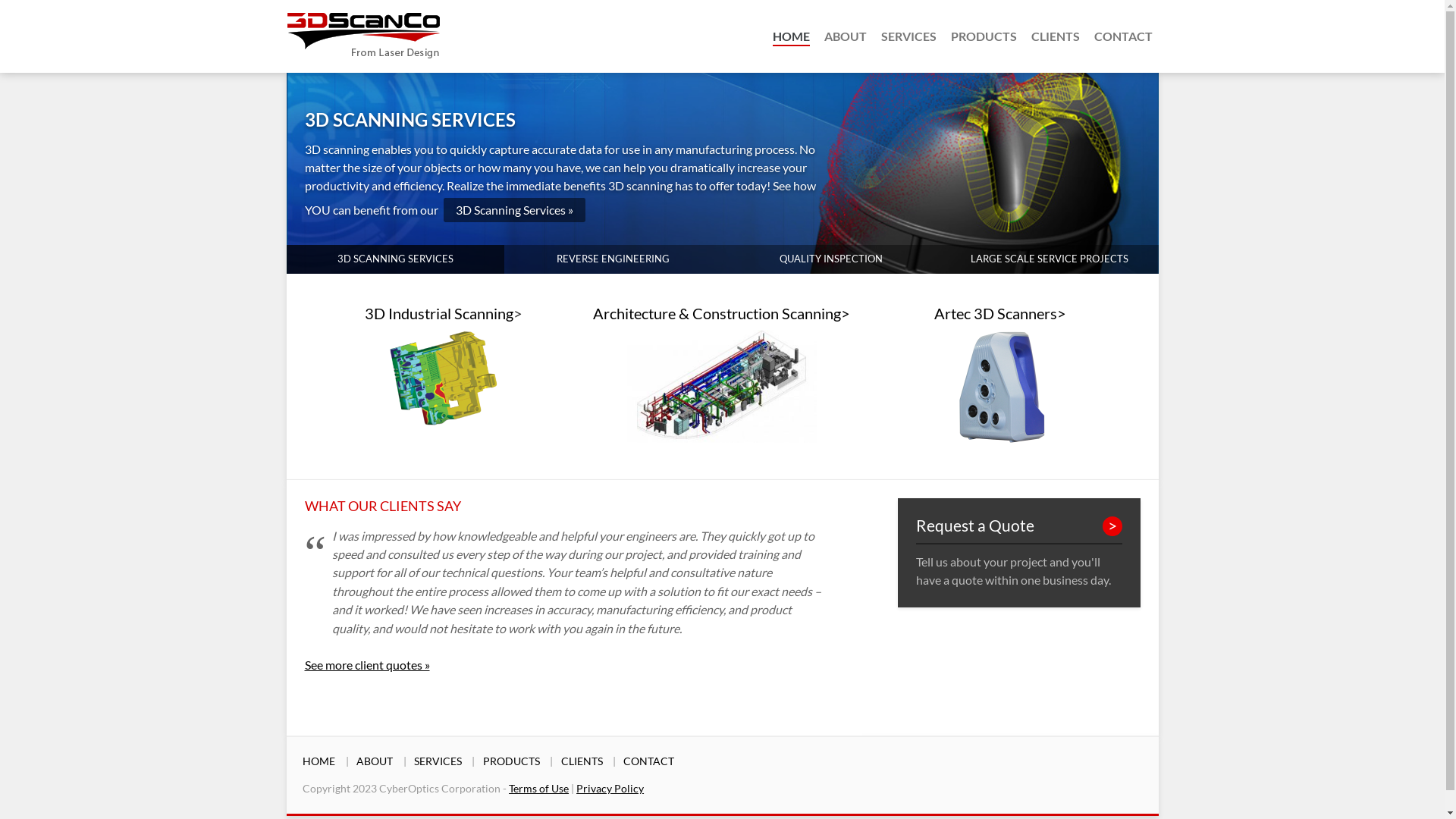 The image size is (1456, 819). Describe the element at coordinates (437, 761) in the screenshot. I see `'SERVICES'` at that location.